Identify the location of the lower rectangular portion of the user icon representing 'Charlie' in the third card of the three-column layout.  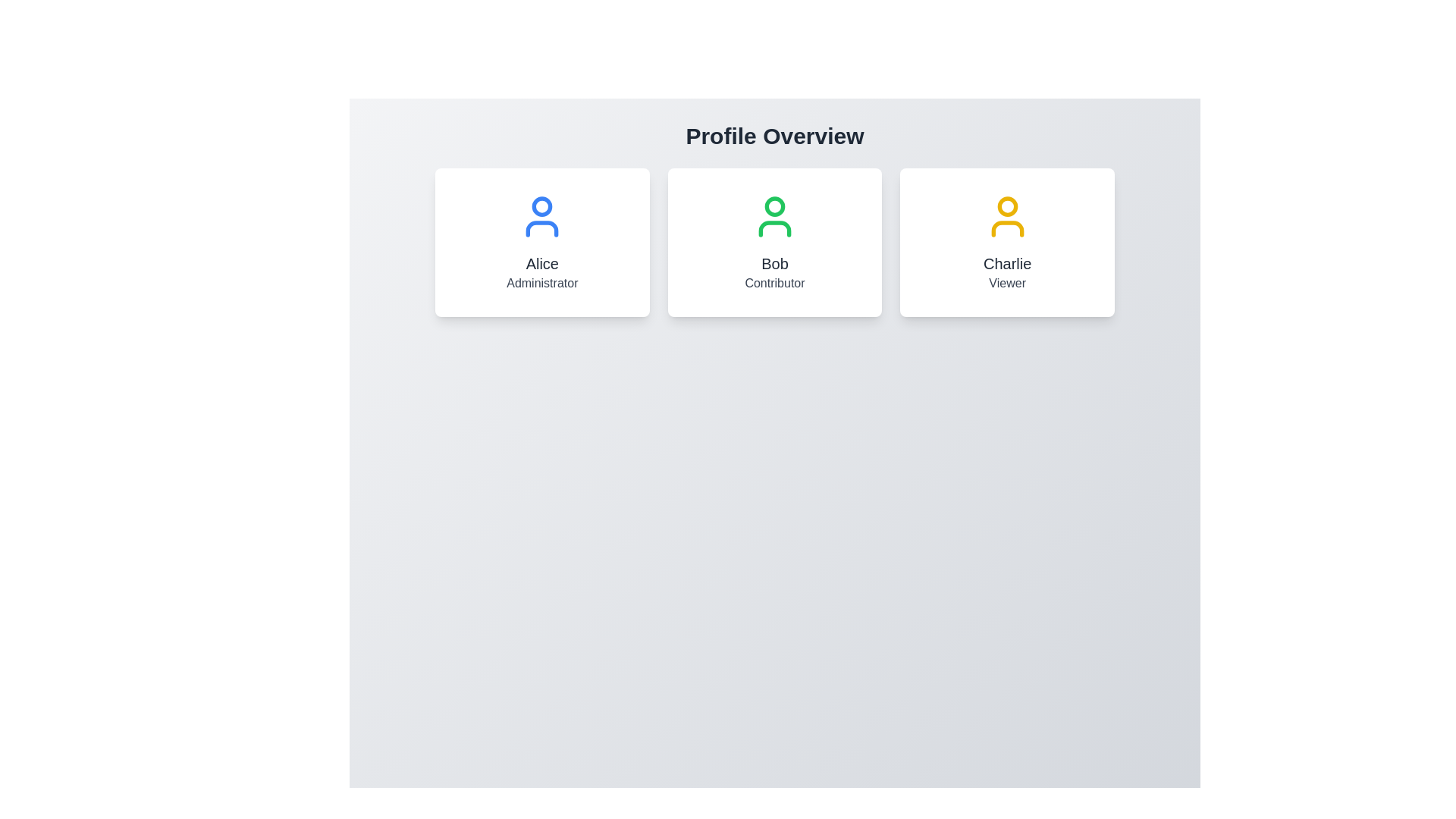
(1007, 228).